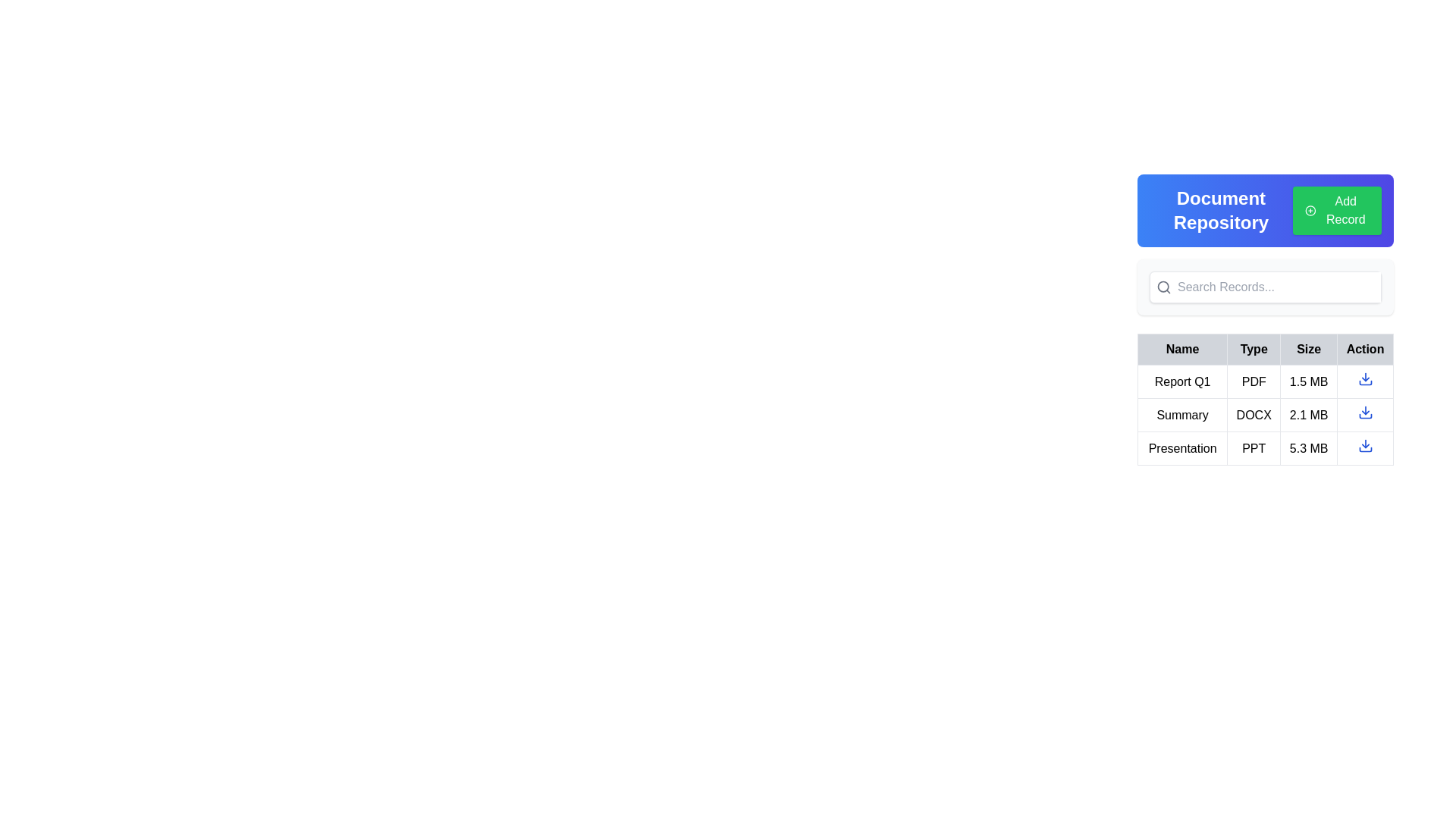 This screenshot has height=819, width=1456. Describe the element at coordinates (1181, 415) in the screenshot. I see `the 'Summary' text label located within the first cell of a structured table row` at that location.